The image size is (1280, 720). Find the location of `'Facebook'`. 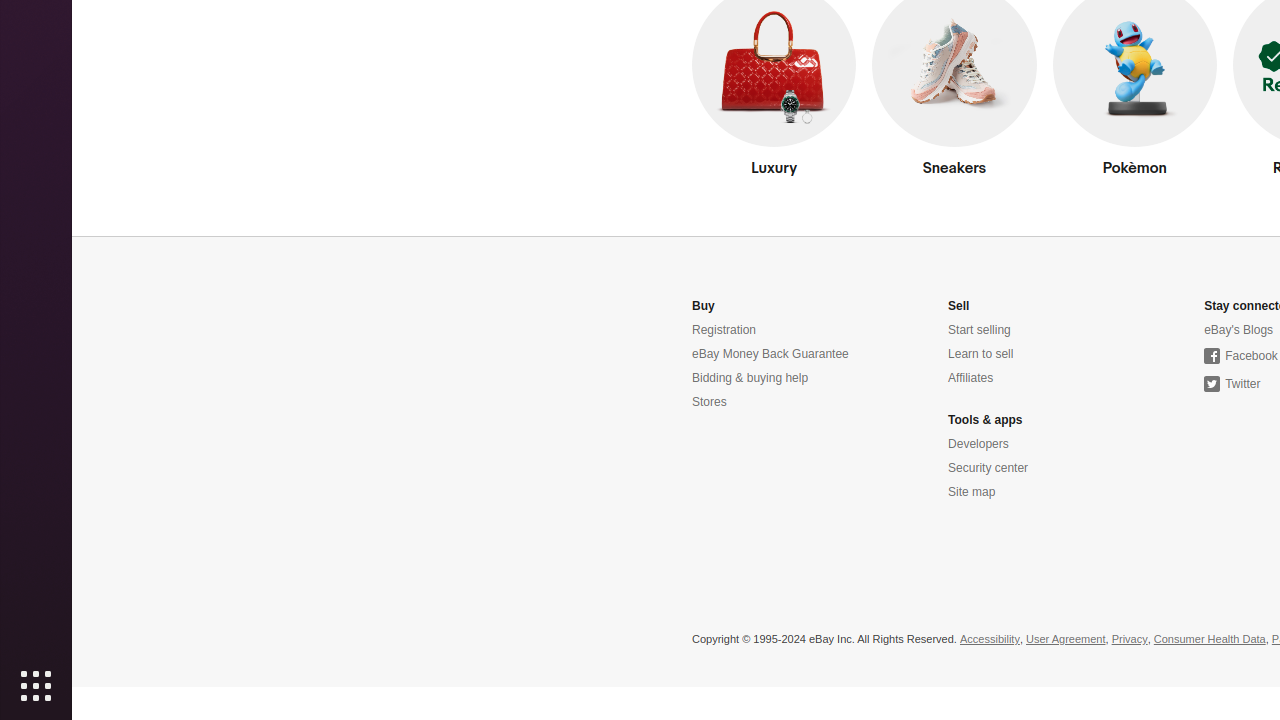

'Facebook' is located at coordinates (1239, 355).